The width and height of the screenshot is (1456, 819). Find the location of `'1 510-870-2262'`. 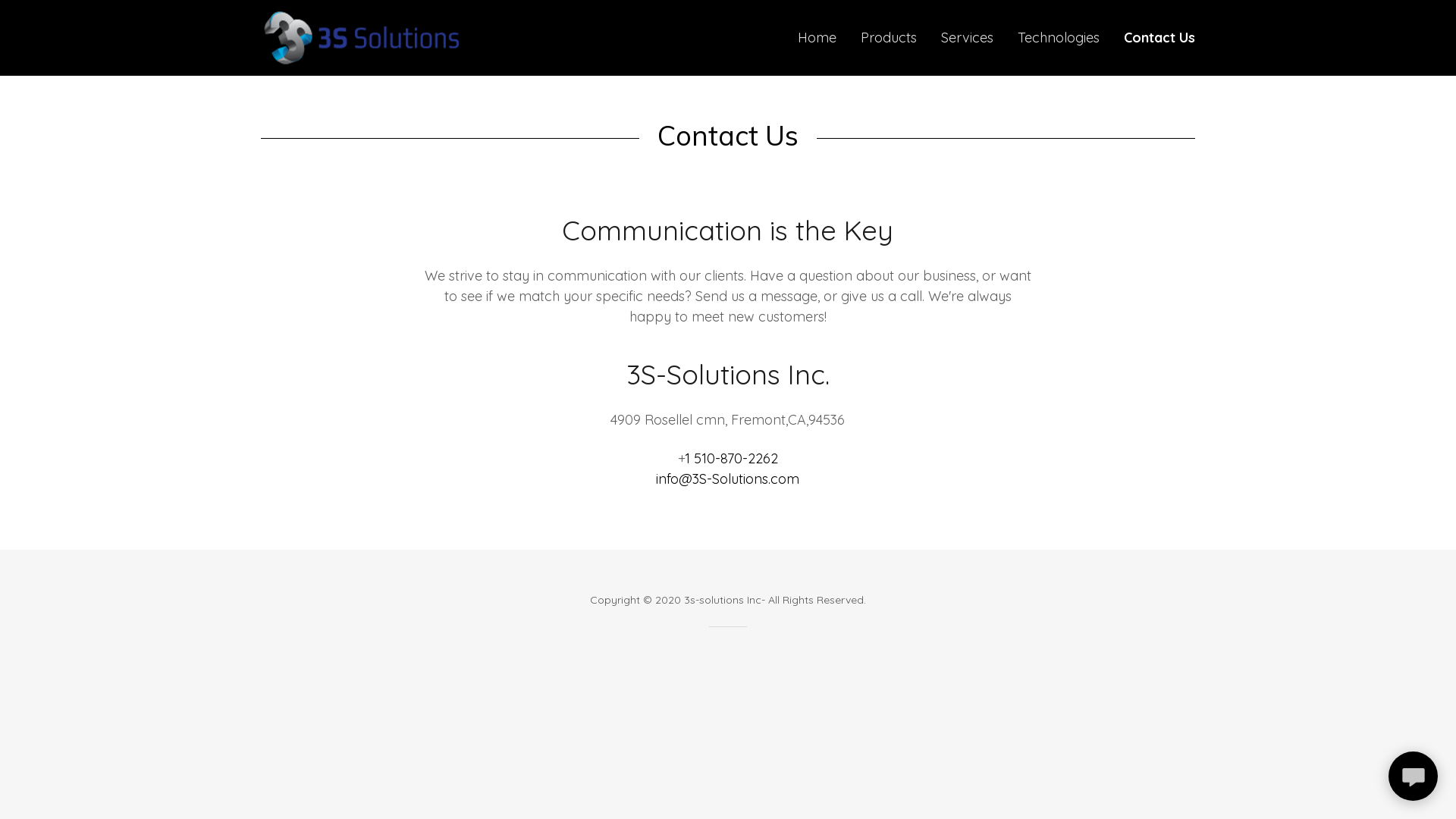

'1 510-870-2262' is located at coordinates (731, 457).